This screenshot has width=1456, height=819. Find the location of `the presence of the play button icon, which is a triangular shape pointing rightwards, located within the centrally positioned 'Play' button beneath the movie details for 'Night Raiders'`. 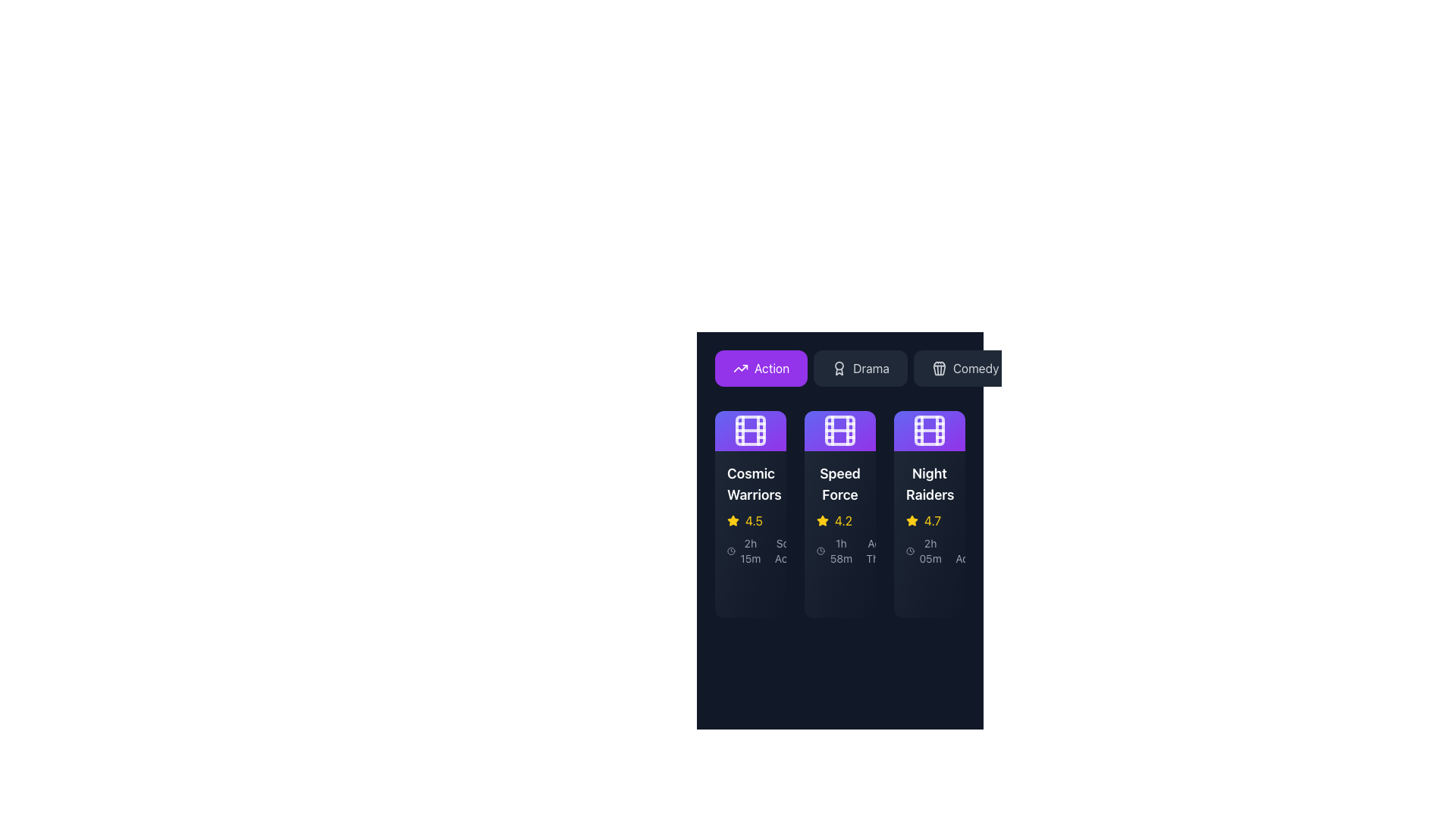

the presence of the play button icon, which is a triangular shape pointing rightwards, located within the centrally positioned 'Play' button beneath the movie details for 'Night Raiders' is located at coordinates (924, 589).